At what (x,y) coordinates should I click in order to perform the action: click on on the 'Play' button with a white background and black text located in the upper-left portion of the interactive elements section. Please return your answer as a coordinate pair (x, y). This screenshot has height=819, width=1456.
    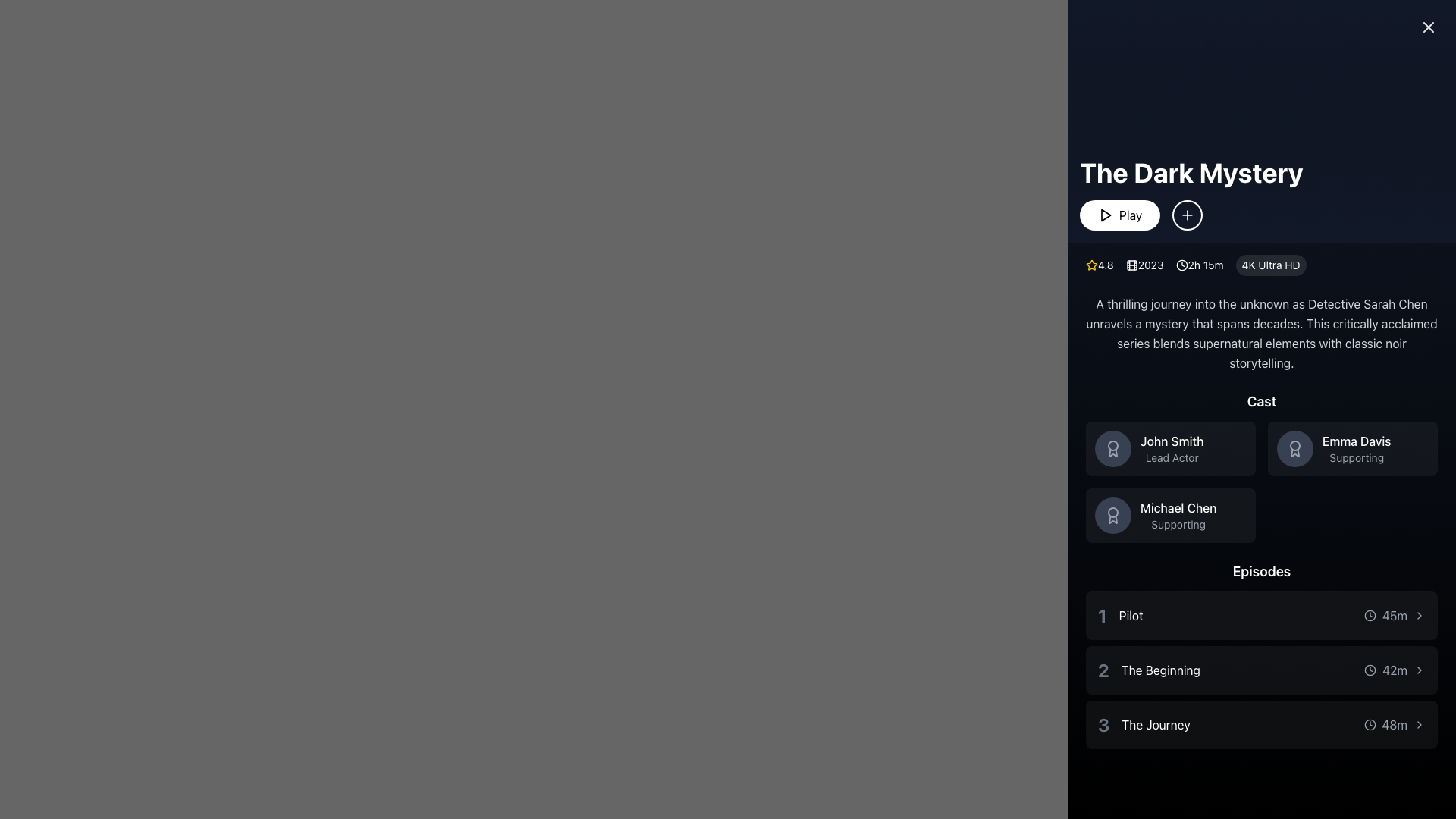
    Looking at the image, I should click on (1120, 215).